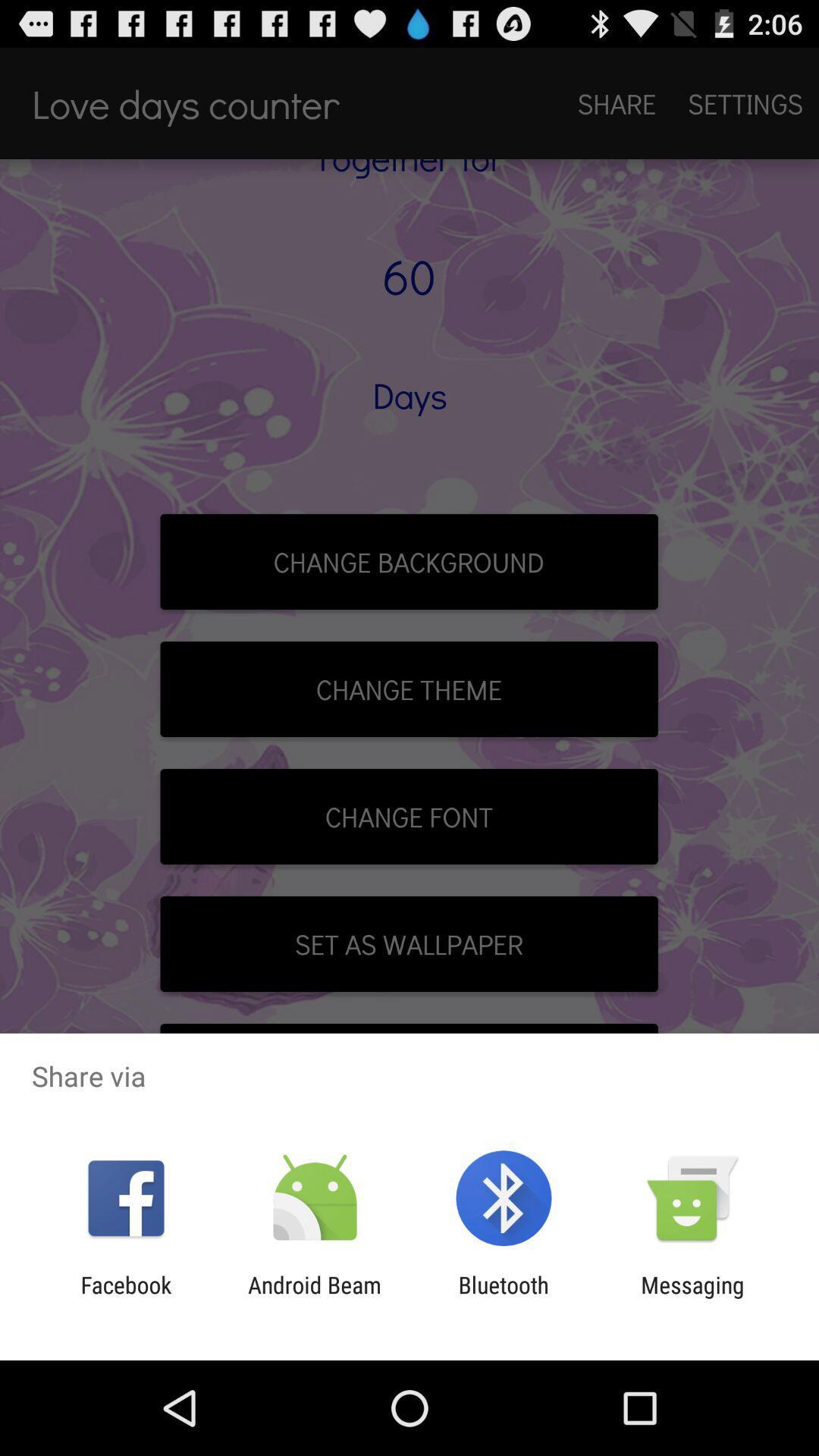  Describe the element at coordinates (692, 1298) in the screenshot. I see `messaging icon` at that location.